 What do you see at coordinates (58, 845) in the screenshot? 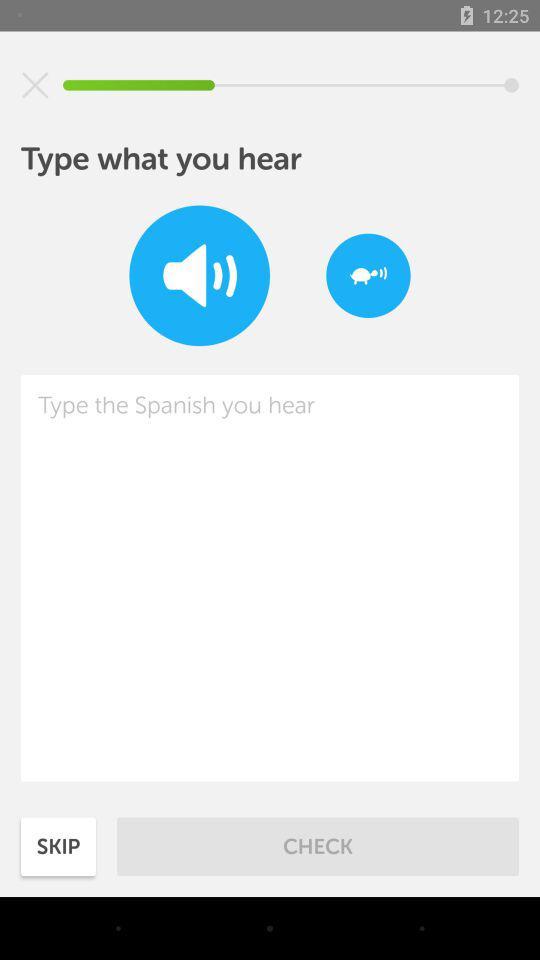
I see `the icon next to check` at bounding box center [58, 845].